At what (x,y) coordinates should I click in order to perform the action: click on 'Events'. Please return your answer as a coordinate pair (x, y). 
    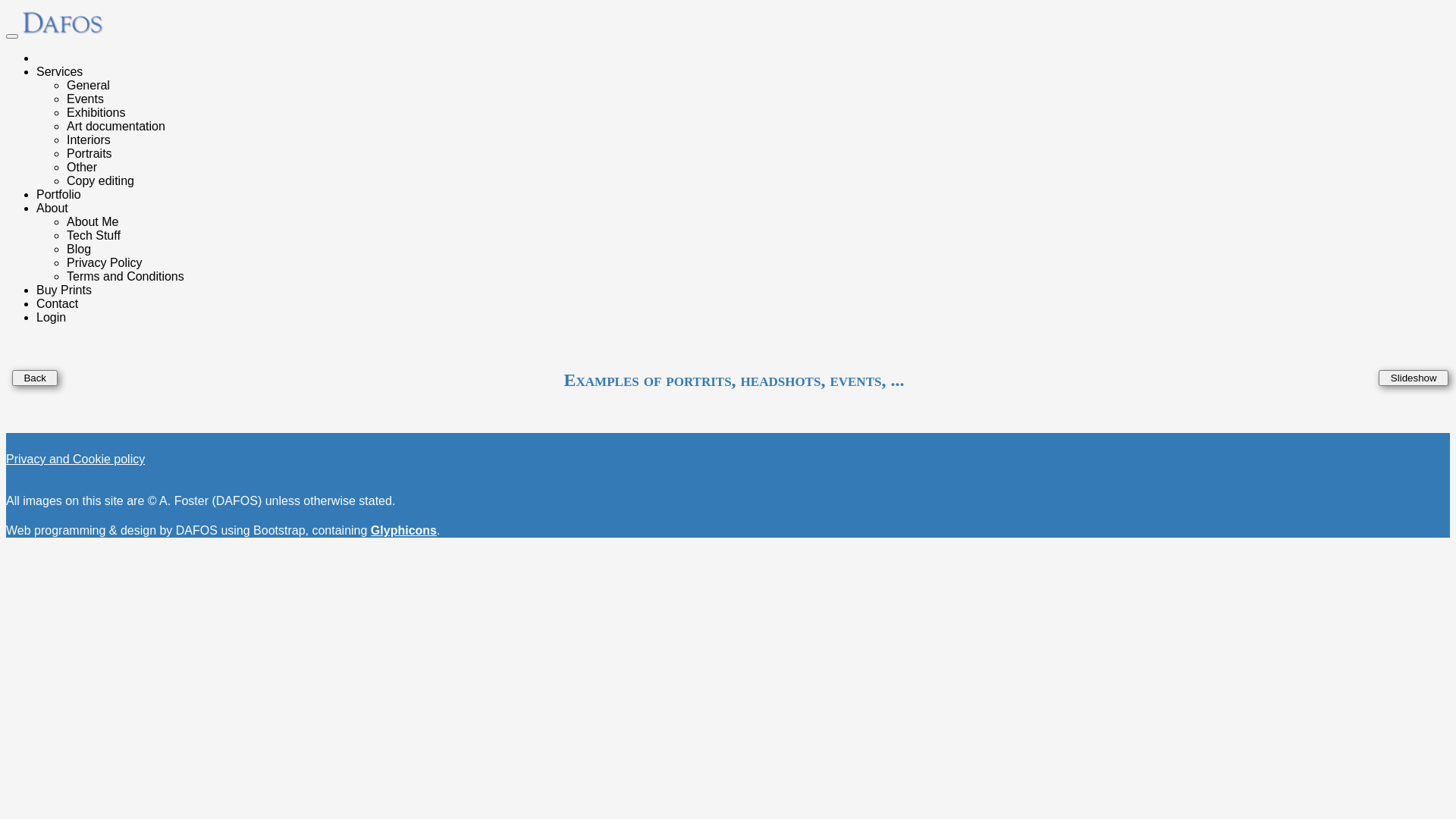
    Looking at the image, I should click on (84, 99).